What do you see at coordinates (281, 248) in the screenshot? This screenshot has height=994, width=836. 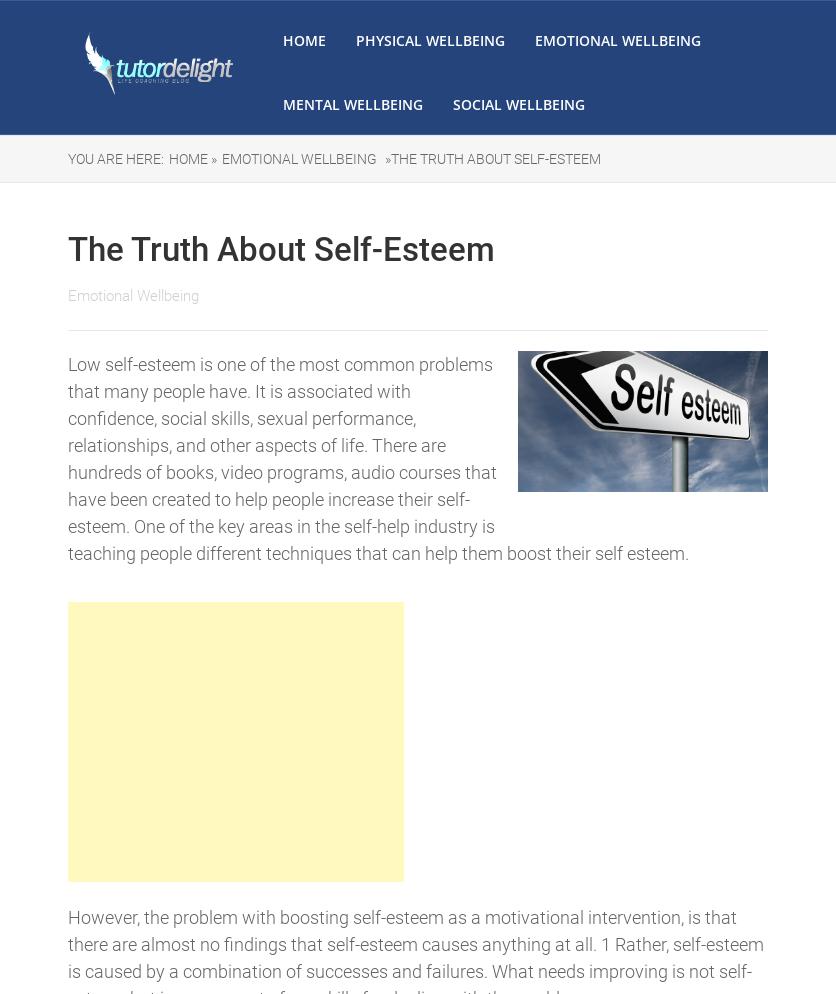 I see `'The Truth About Self-Esteem'` at bounding box center [281, 248].